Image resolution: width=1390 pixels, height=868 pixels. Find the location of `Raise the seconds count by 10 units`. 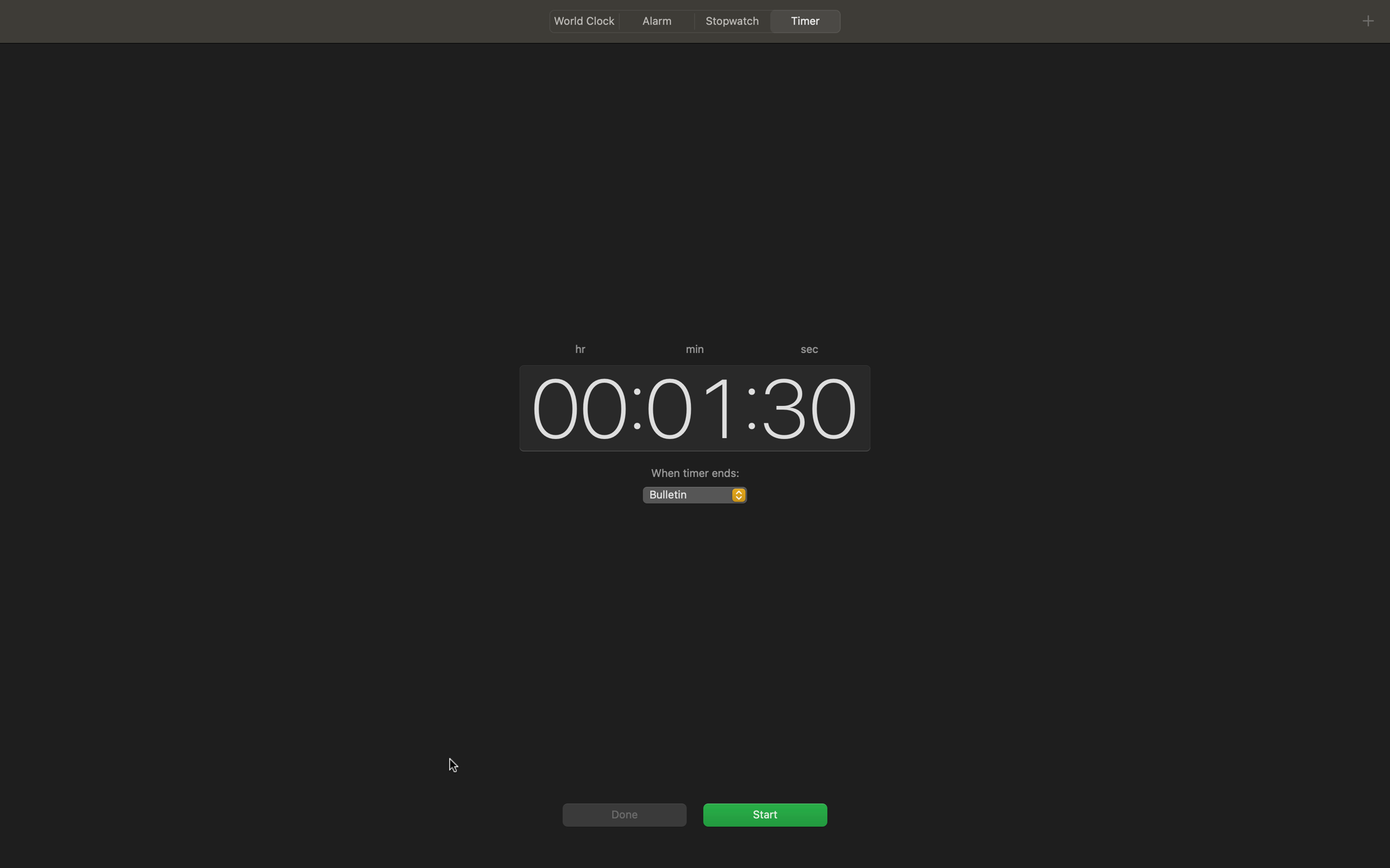

Raise the seconds count by 10 units is located at coordinates (810, 405).